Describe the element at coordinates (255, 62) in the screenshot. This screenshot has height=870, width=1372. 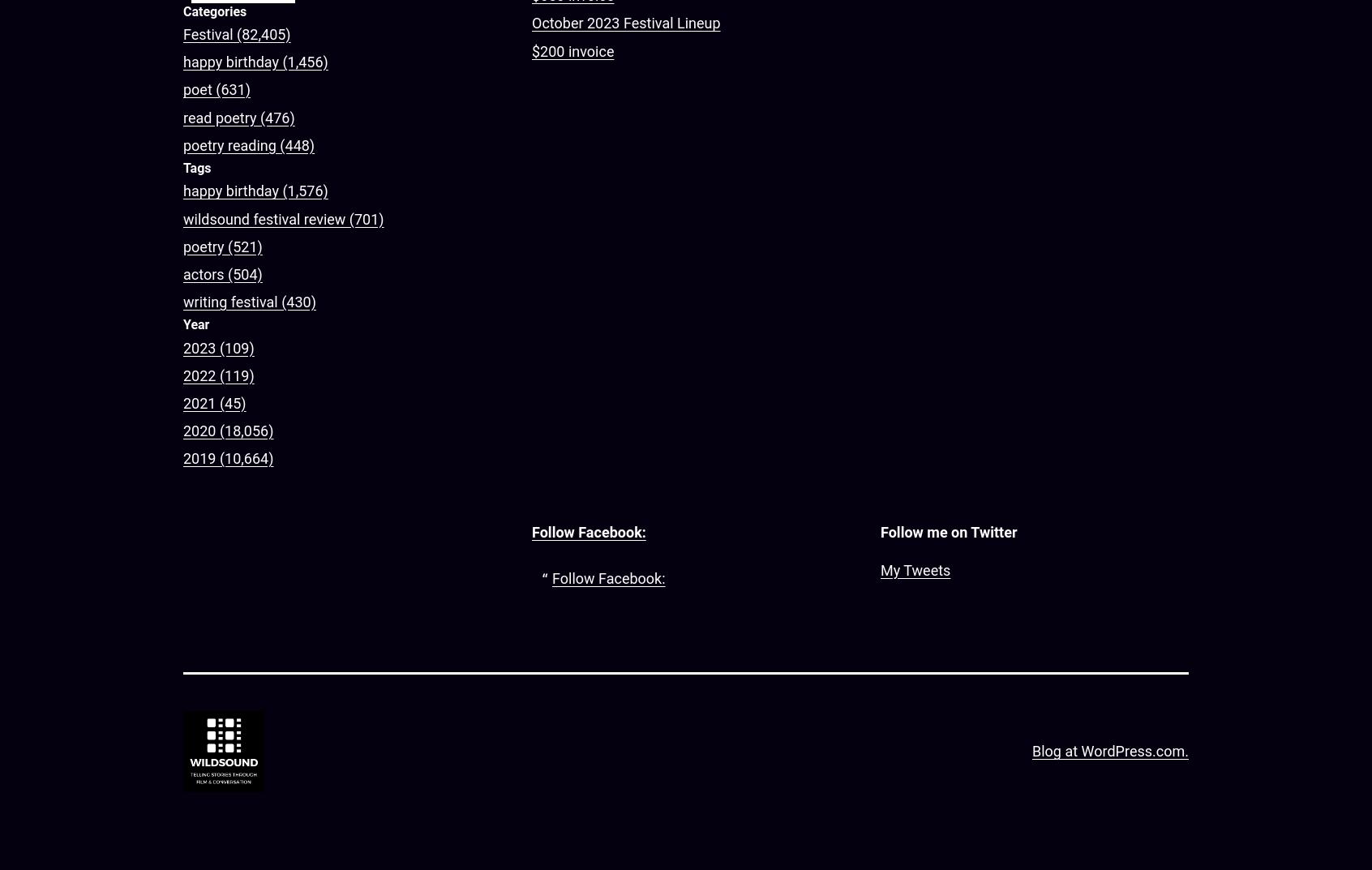
I see `'happy birthday (1,456)'` at that location.